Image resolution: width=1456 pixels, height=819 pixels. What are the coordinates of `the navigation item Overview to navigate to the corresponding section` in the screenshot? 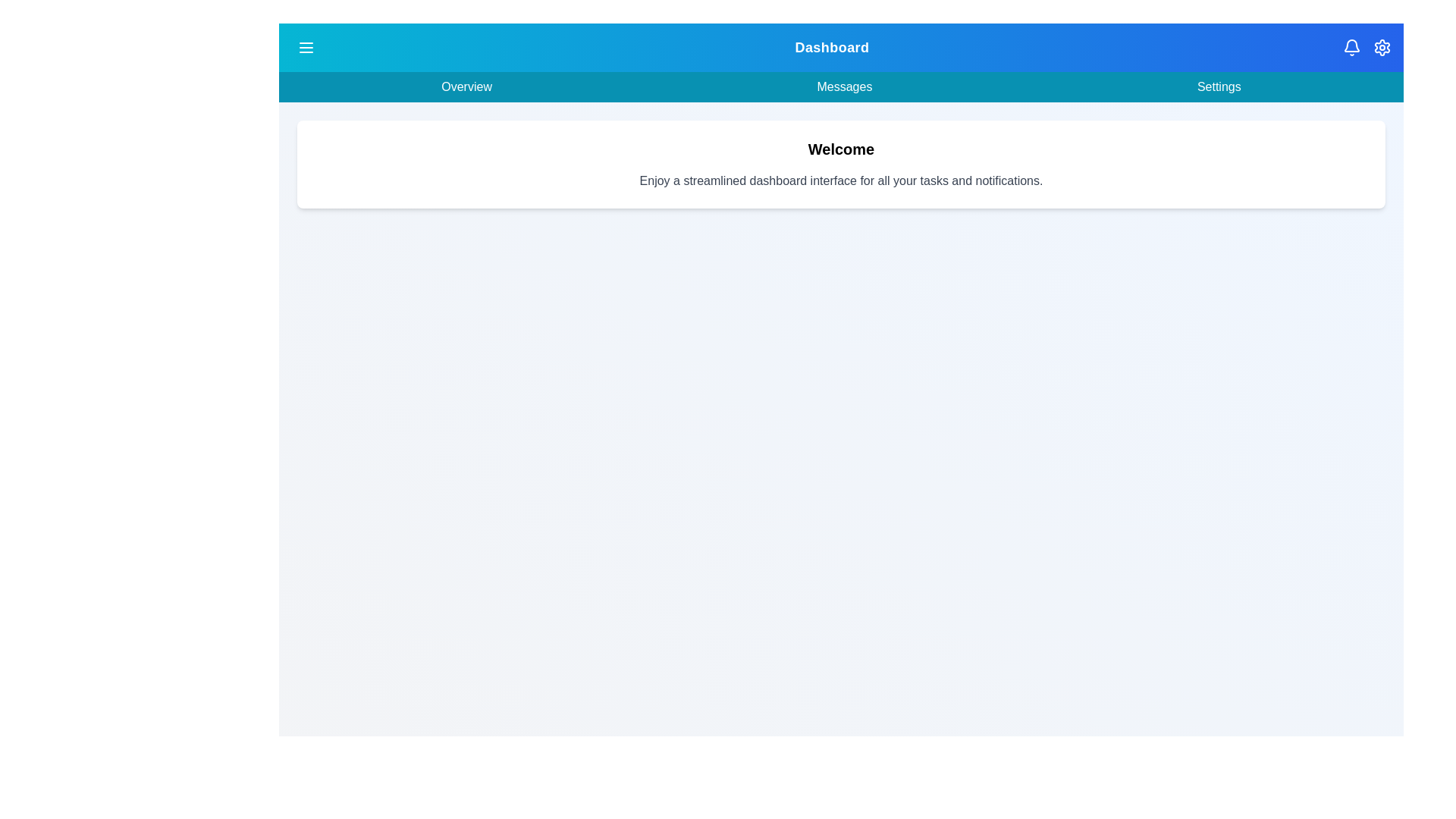 It's located at (466, 87).